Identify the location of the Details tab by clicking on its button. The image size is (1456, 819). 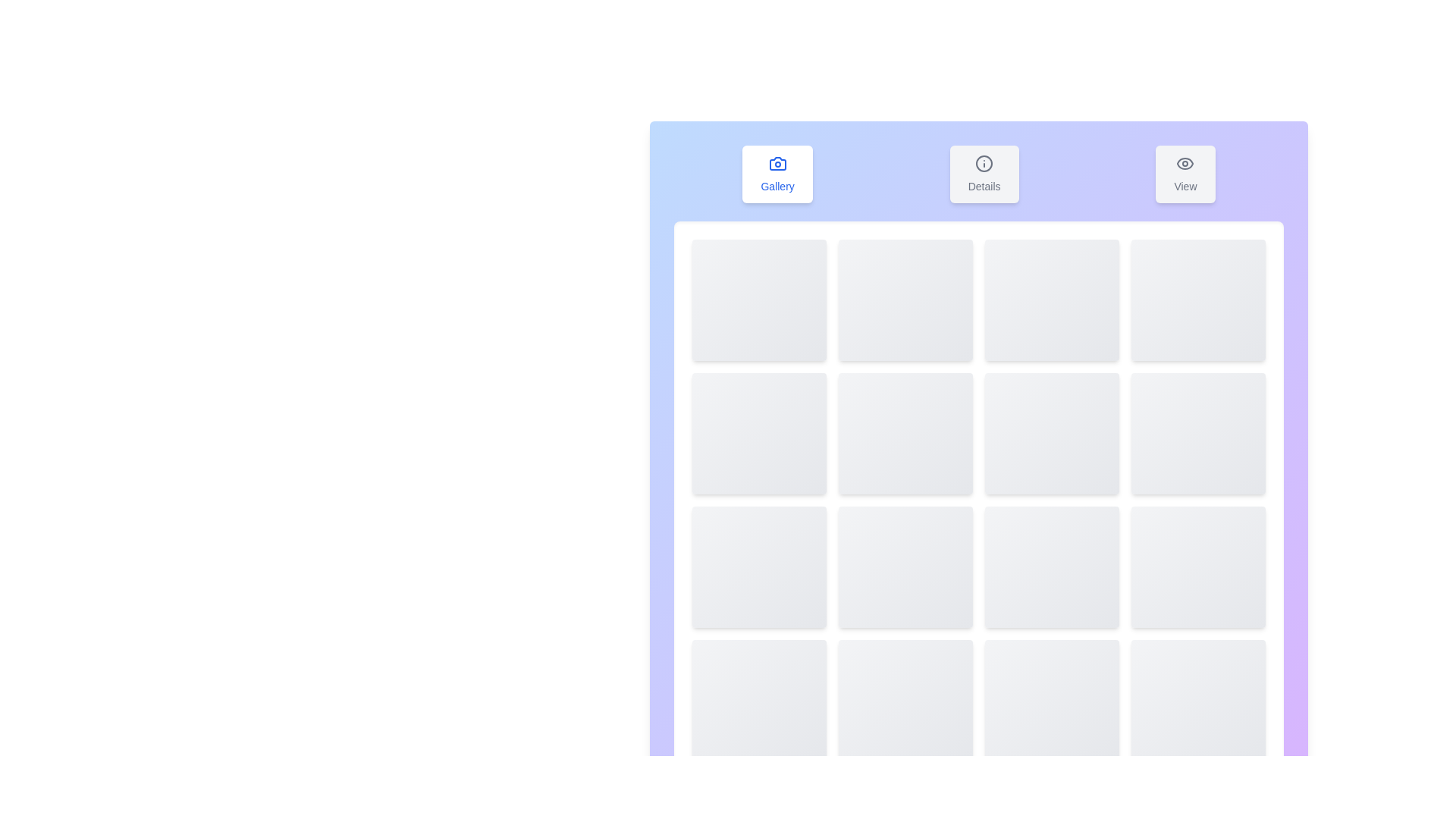
(984, 174).